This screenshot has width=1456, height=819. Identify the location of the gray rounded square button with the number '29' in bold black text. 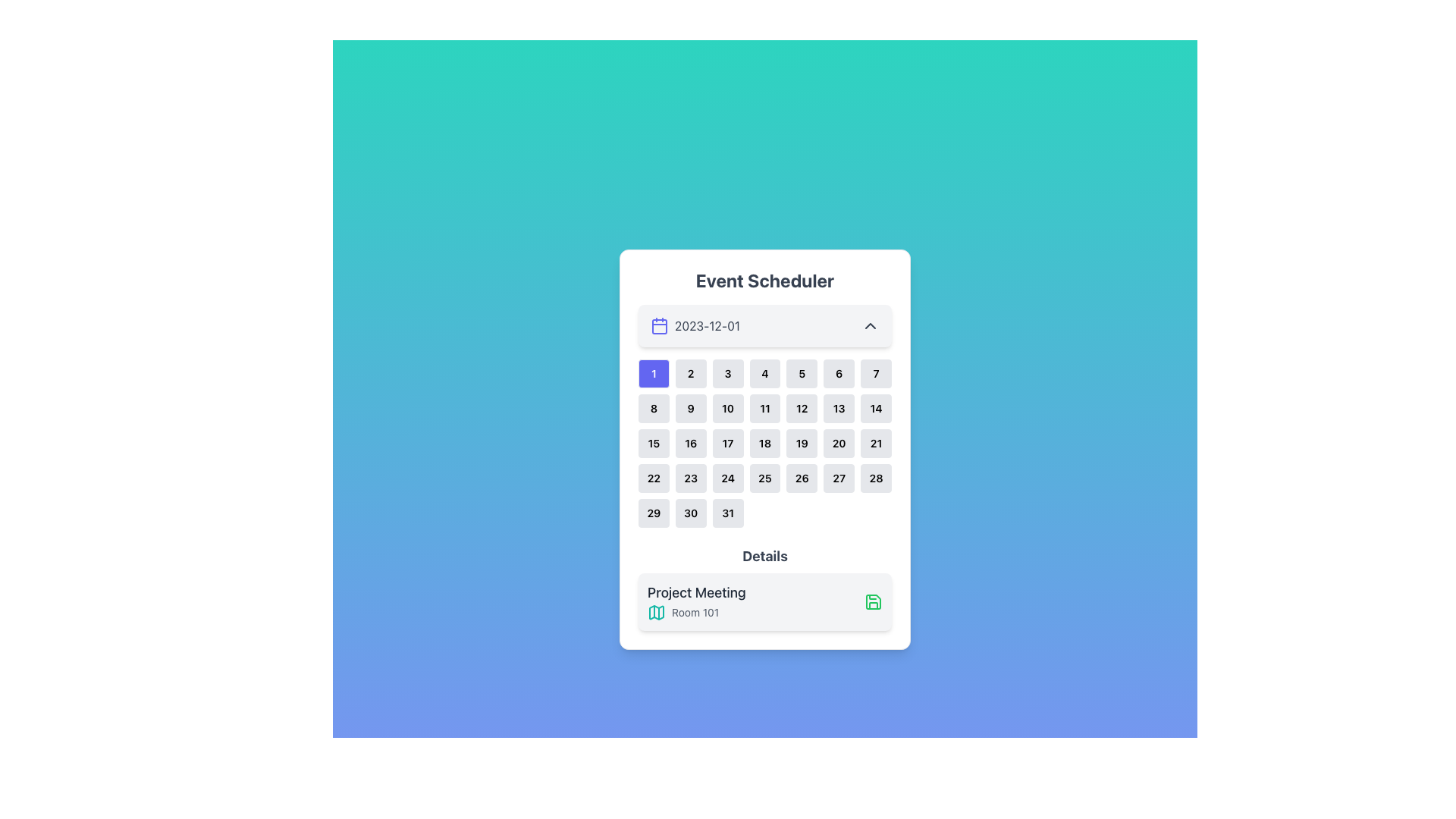
(654, 513).